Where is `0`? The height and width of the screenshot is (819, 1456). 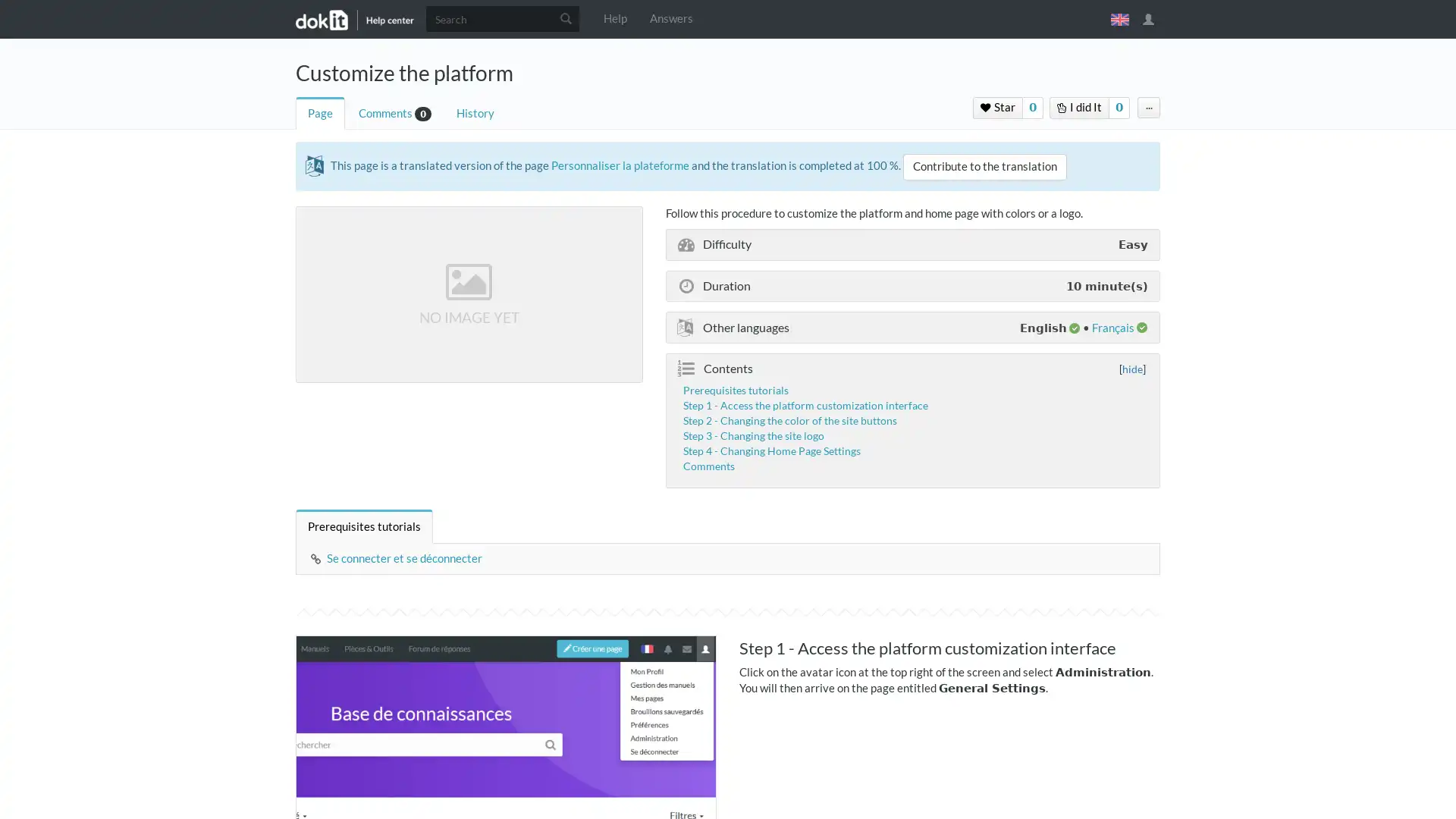
0 is located at coordinates (1119, 107).